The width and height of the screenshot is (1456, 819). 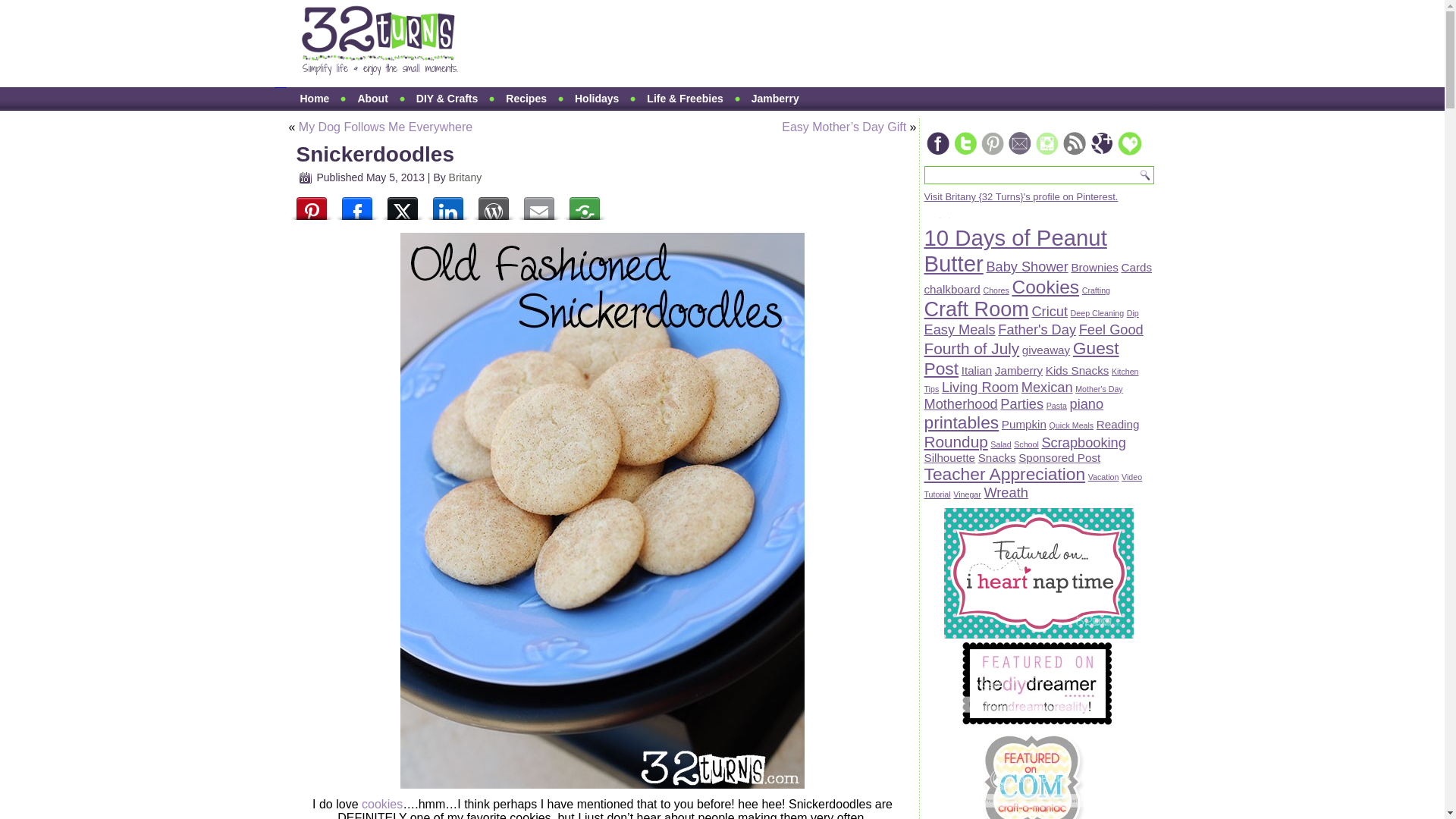 I want to click on 'Home', so click(x=313, y=99).